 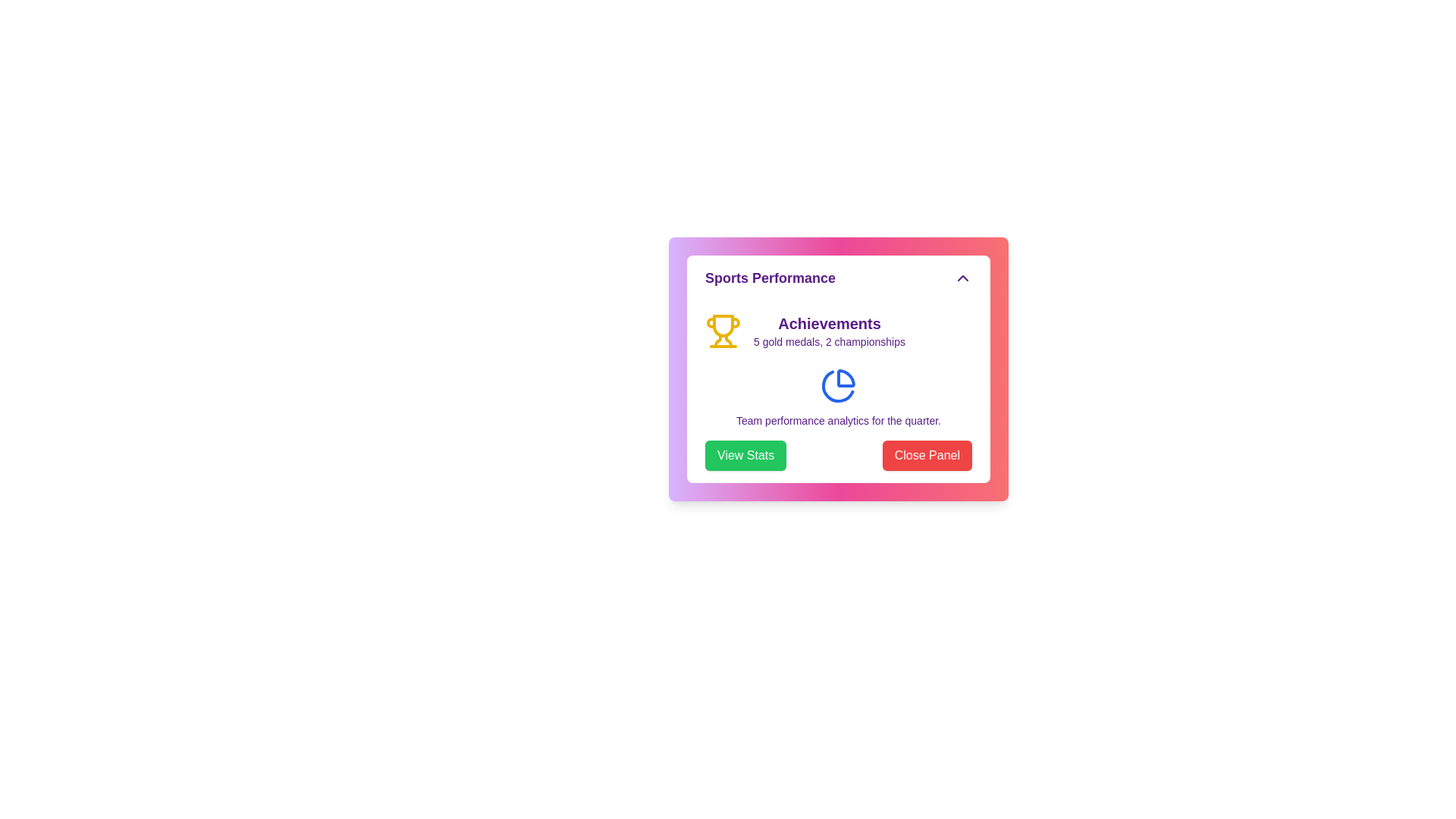 What do you see at coordinates (926, 455) in the screenshot?
I see `the 'Close Panel' button, which is a rectangular button with white bold text on a red background` at bounding box center [926, 455].